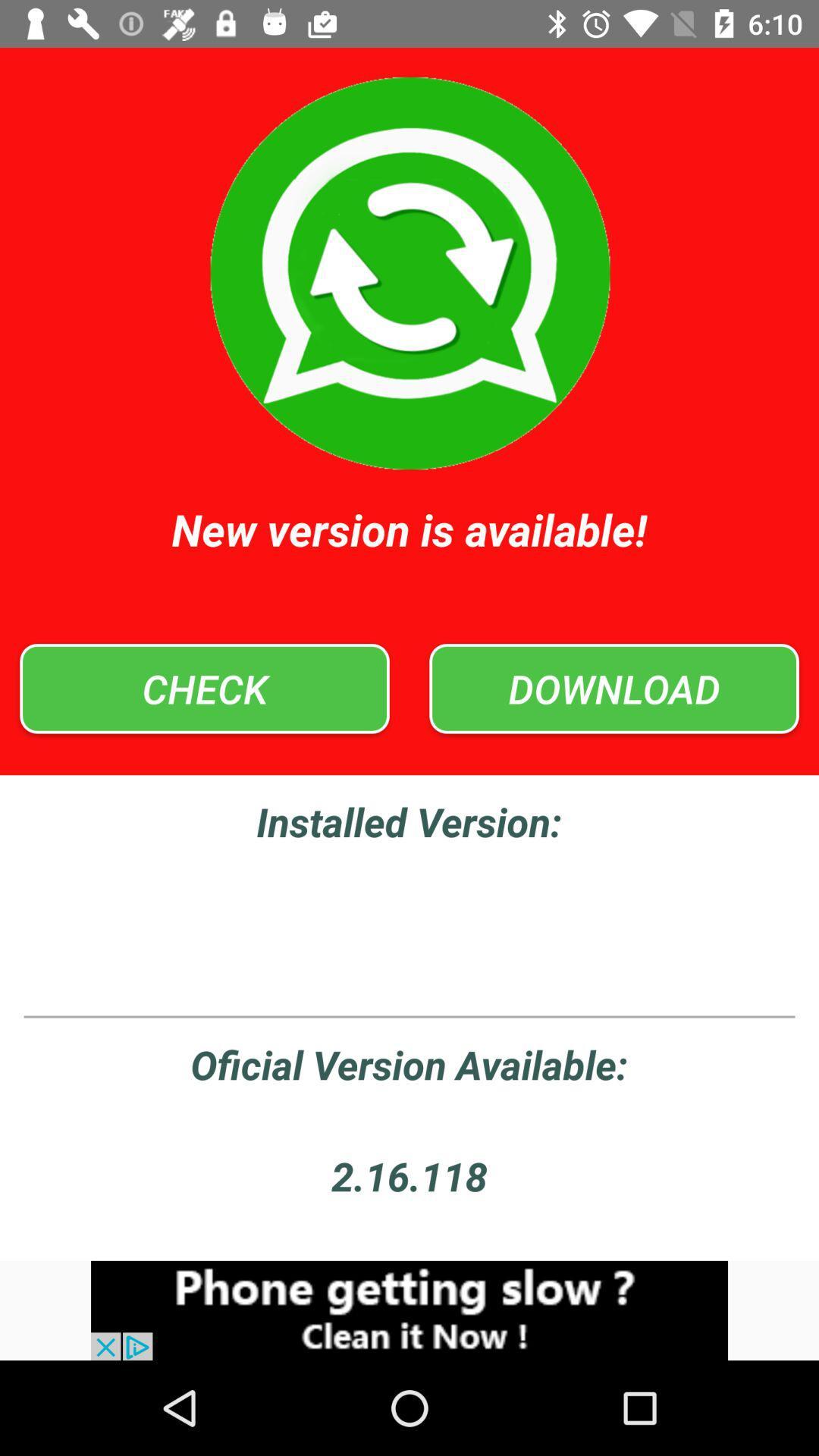 This screenshot has width=819, height=1456. What do you see at coordinates (409, 1310) in the screenshot?
I see `open the advertisement` at bounding box center [409, 1310].